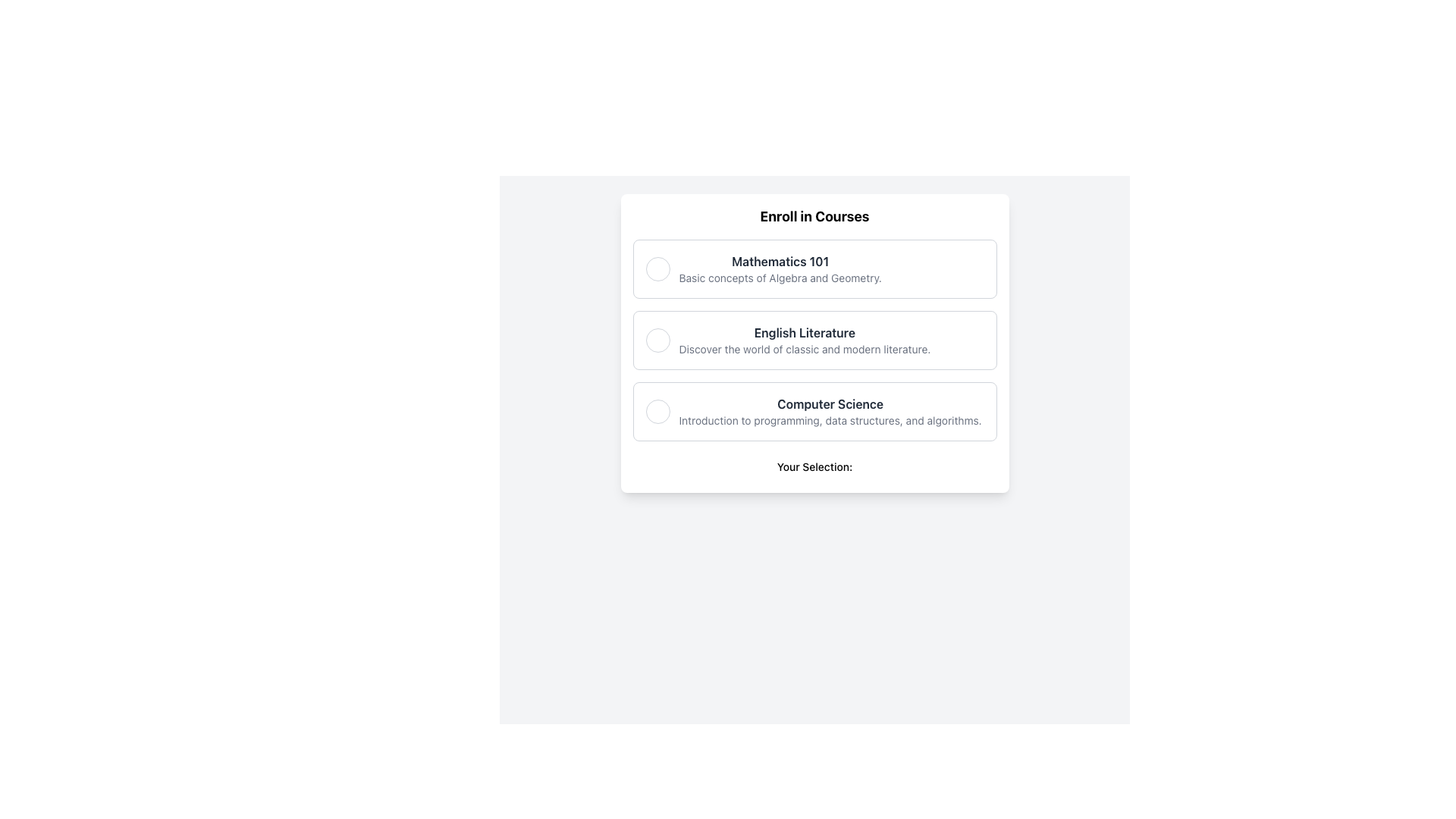 The height and width of the screenshot is (819, 1456). I want to click on text from the topmost Informational Section labeled 'Mathematics 101' which includes the description 'Basic concepts of Algebra and Geometry.', so click(814, 268).